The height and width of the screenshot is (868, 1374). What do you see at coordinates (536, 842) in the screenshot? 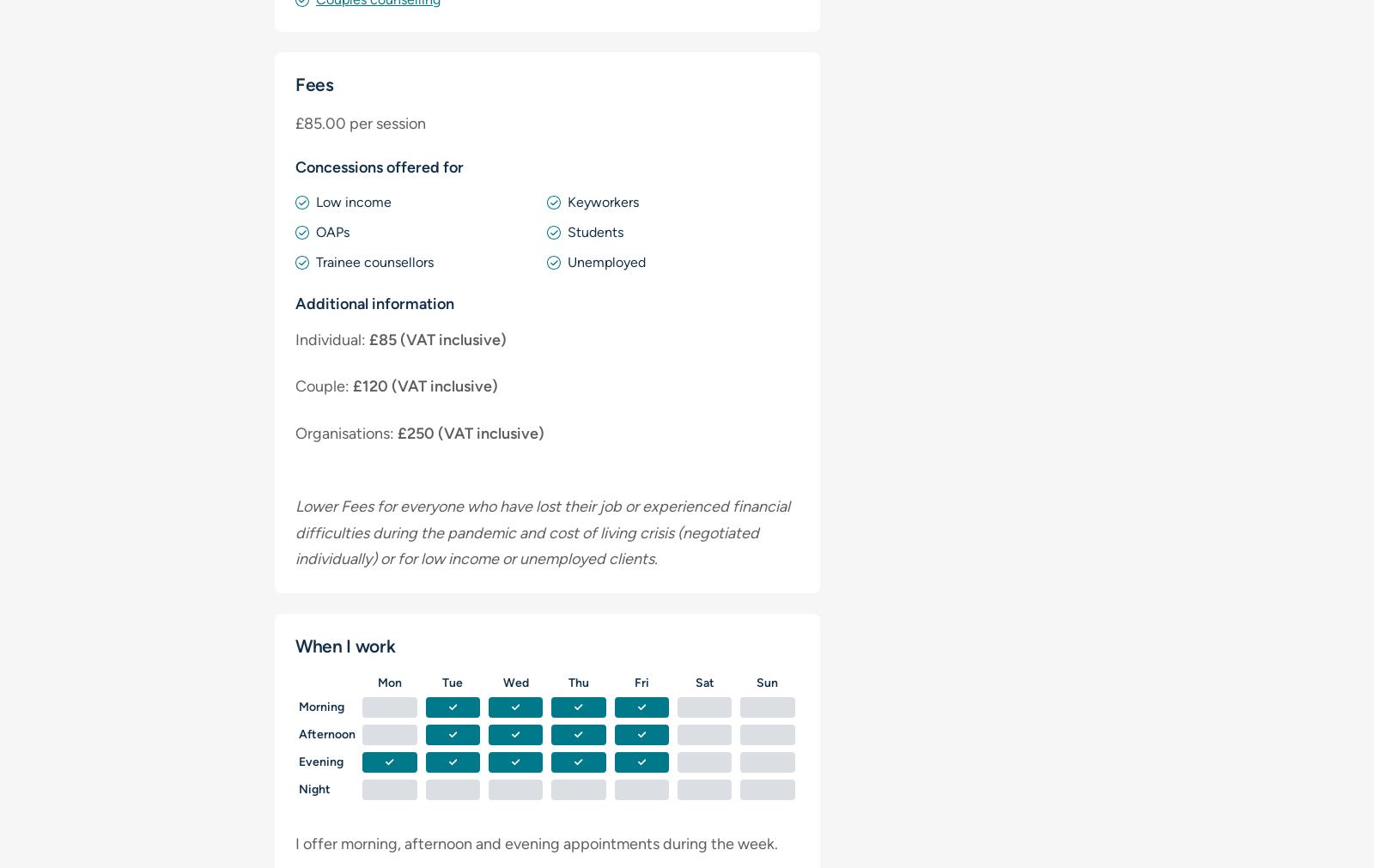
I see `'I offer morning, afternoon and evening appointments during the week.'` at bounding box center [536, 842].